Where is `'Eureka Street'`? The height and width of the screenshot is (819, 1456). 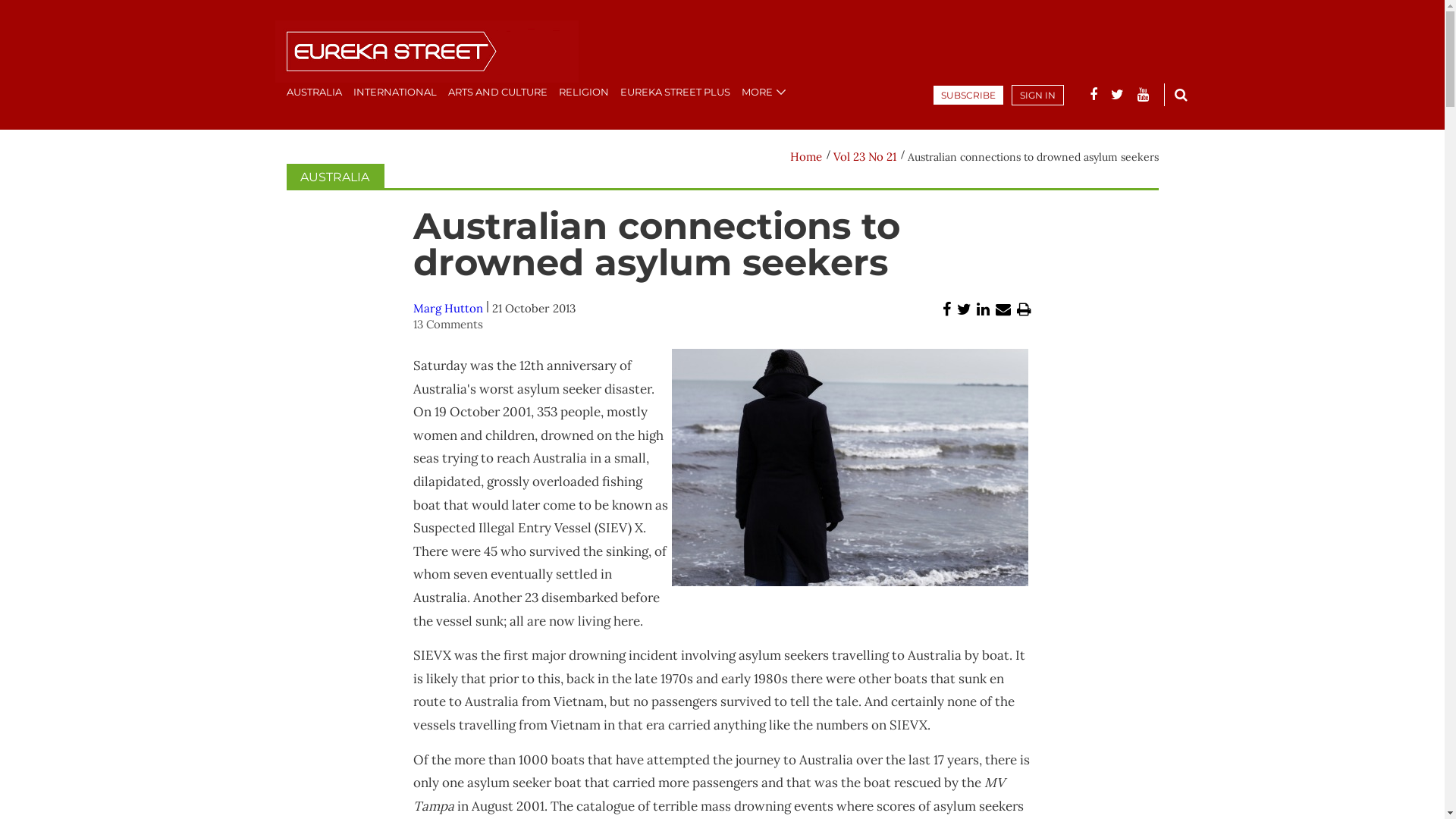 'Eureka Street' is located at coordinates (425, 52).